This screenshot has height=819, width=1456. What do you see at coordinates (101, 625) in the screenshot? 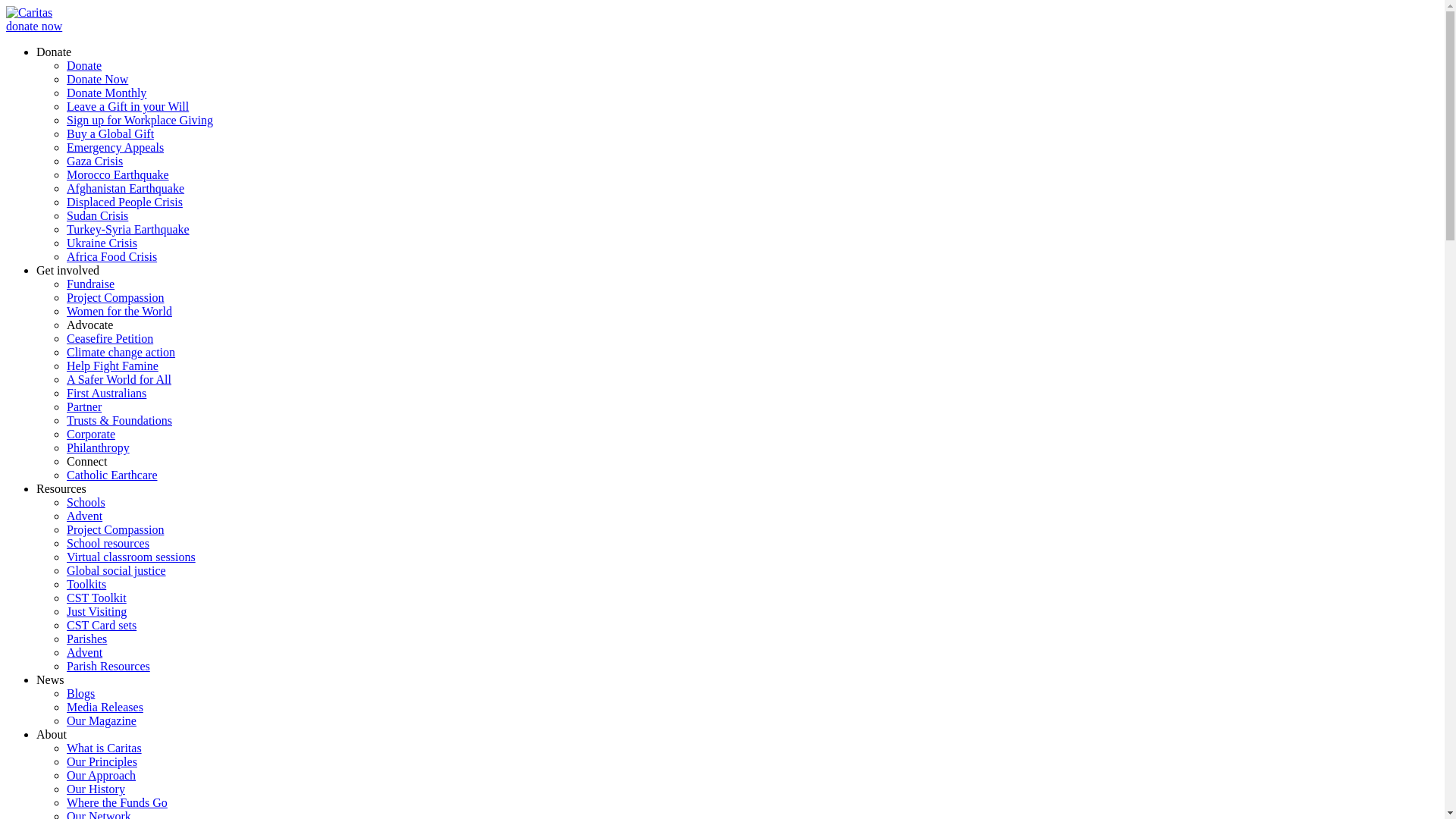
I see `'CST Card sets'` at bounding box center [101, 625].